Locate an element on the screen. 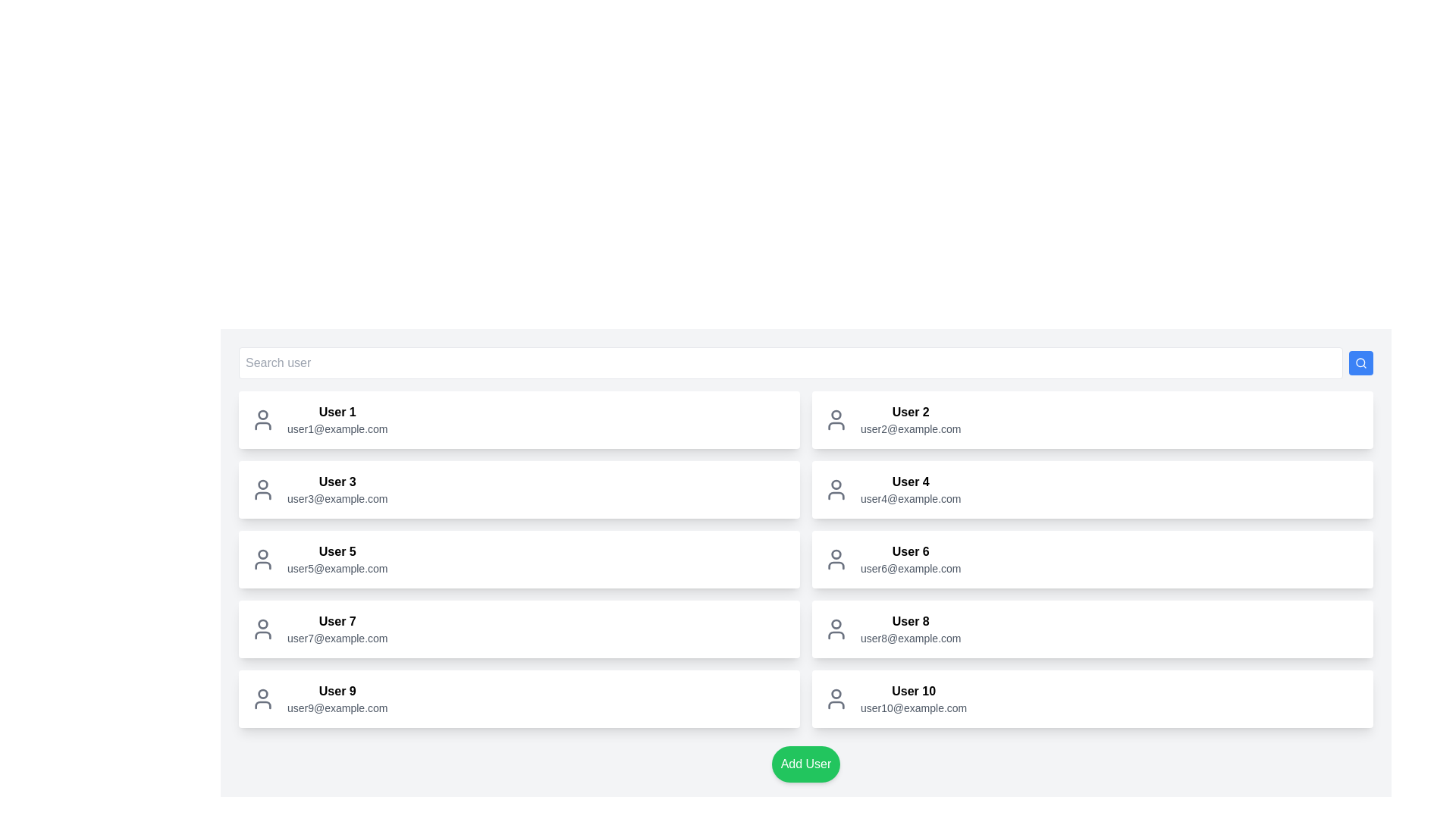 The image size is (1456, 819). the 'User 5' text label, which is bold and part of the user entry list, located in the third position from the top is located at coordinates (337, 552).